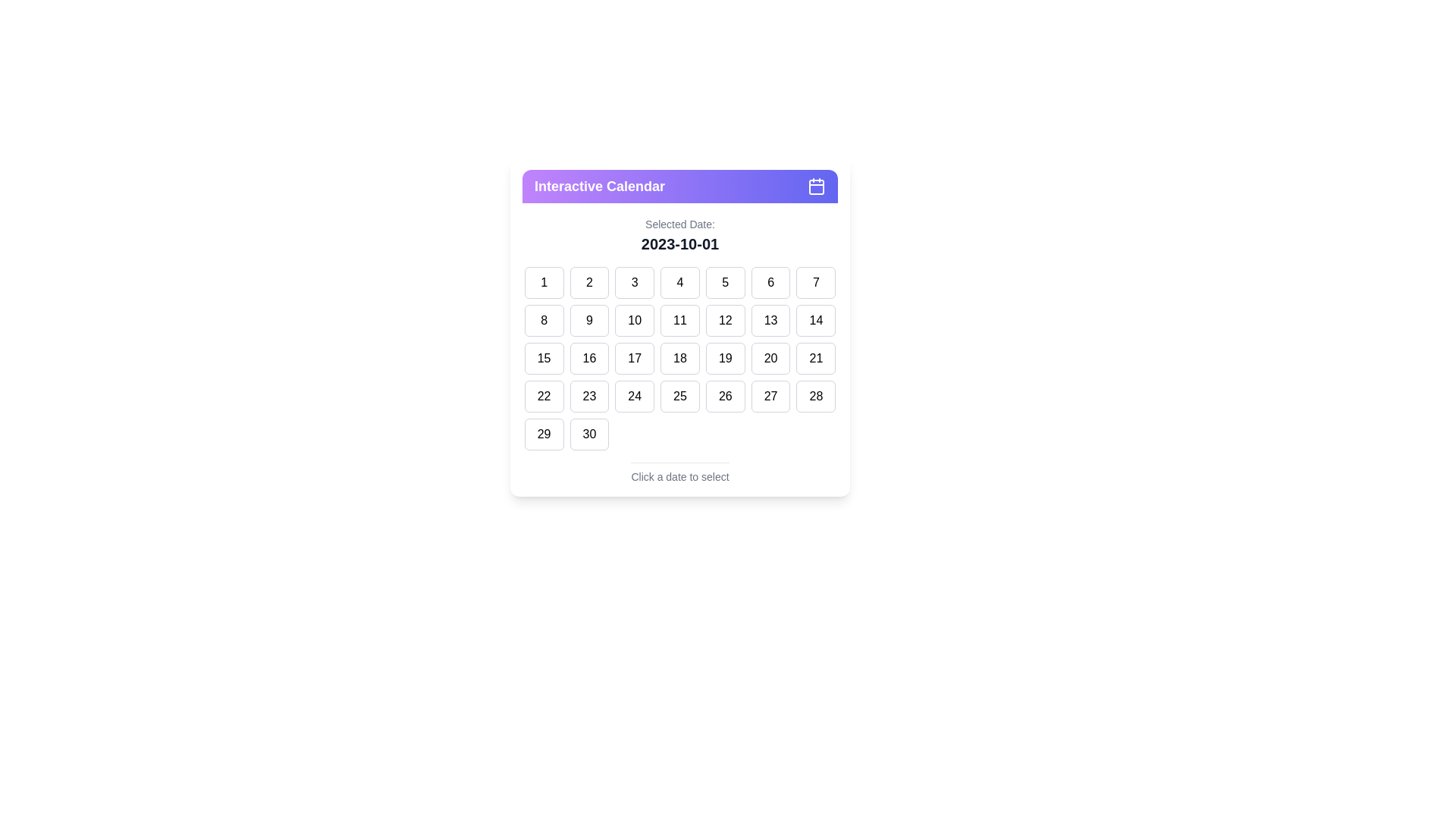 The width and height of the screenshot is (1456, 819). I want to click on the square button with rounded corners displaying '18', so click(679, 359).